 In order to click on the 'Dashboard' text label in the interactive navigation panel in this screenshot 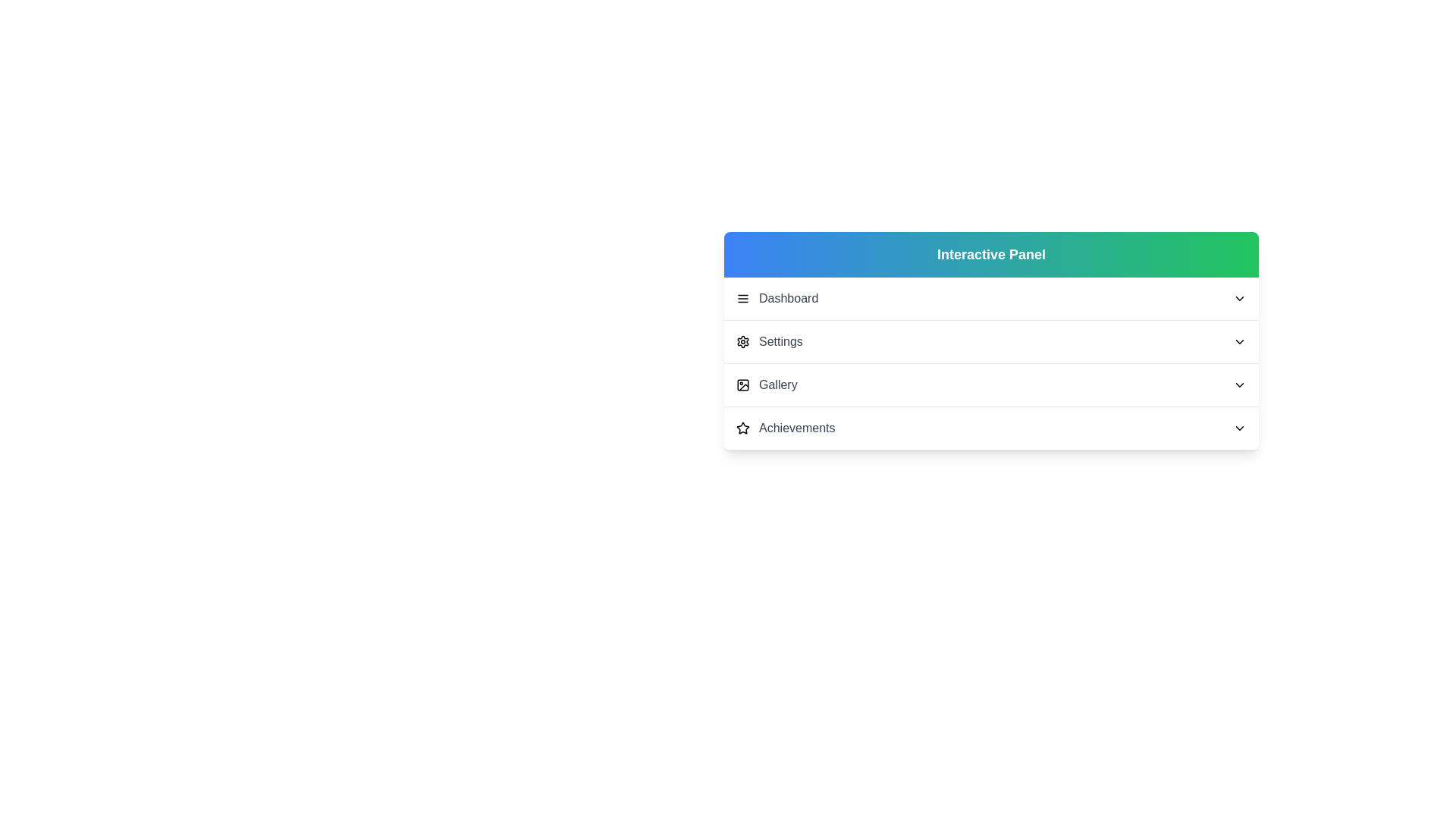, I will do `click(789, 298)`.